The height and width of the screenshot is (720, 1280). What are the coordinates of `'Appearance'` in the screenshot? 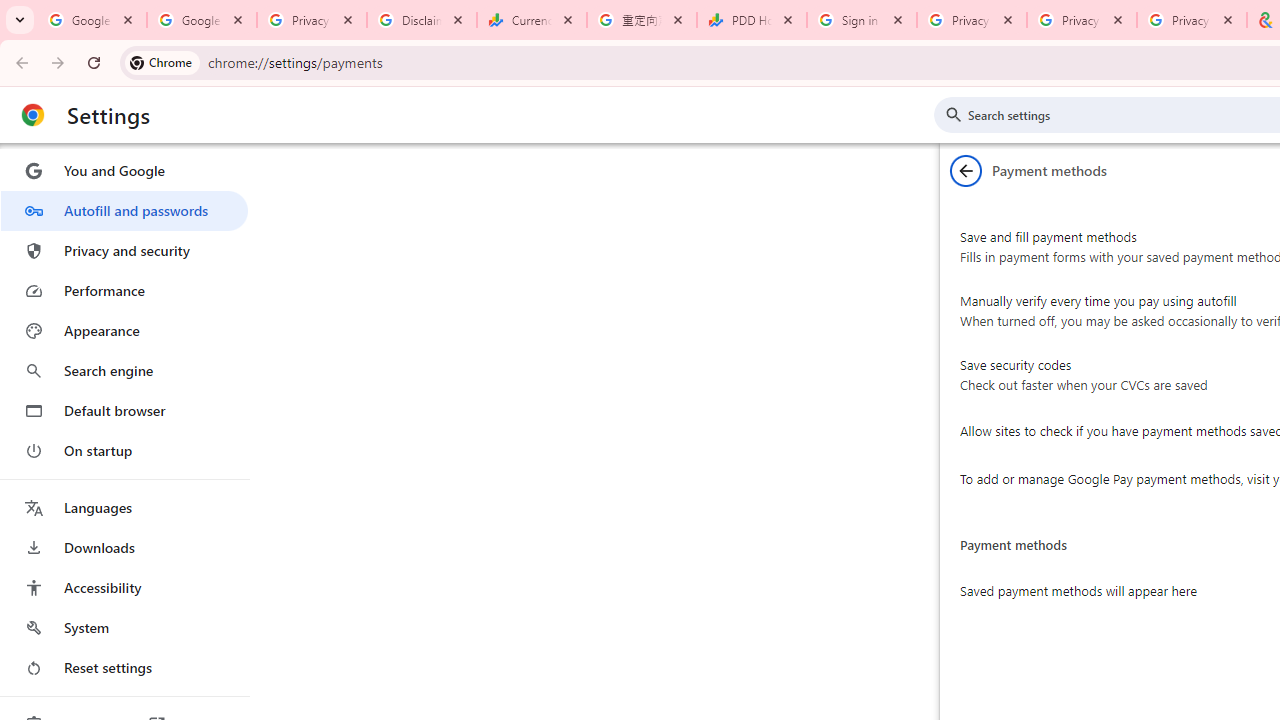 It's located at (123, 330).